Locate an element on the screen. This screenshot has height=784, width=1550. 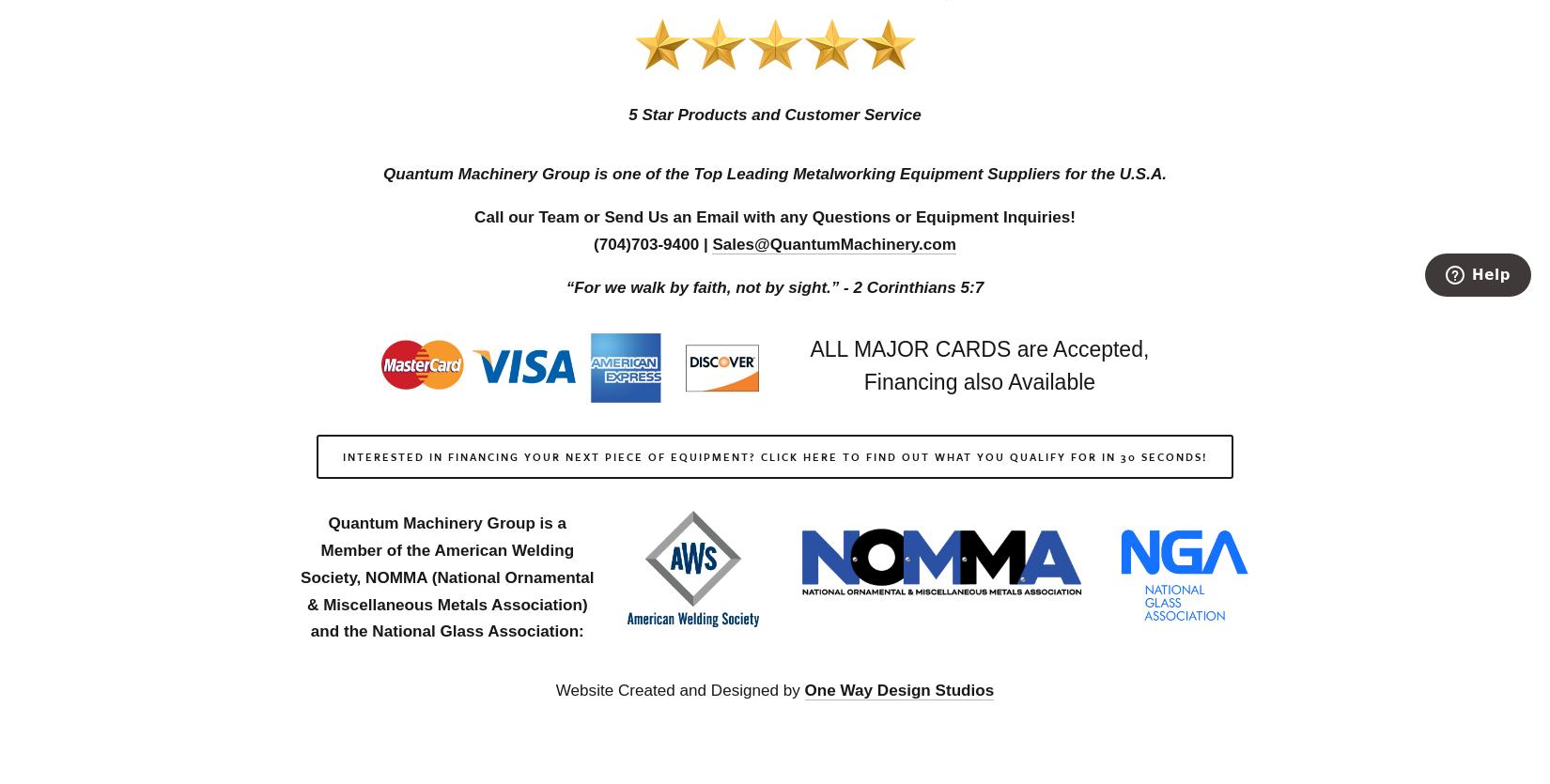
'Sales@QuantumMachinery.com' is located at coordinates (833, 242).